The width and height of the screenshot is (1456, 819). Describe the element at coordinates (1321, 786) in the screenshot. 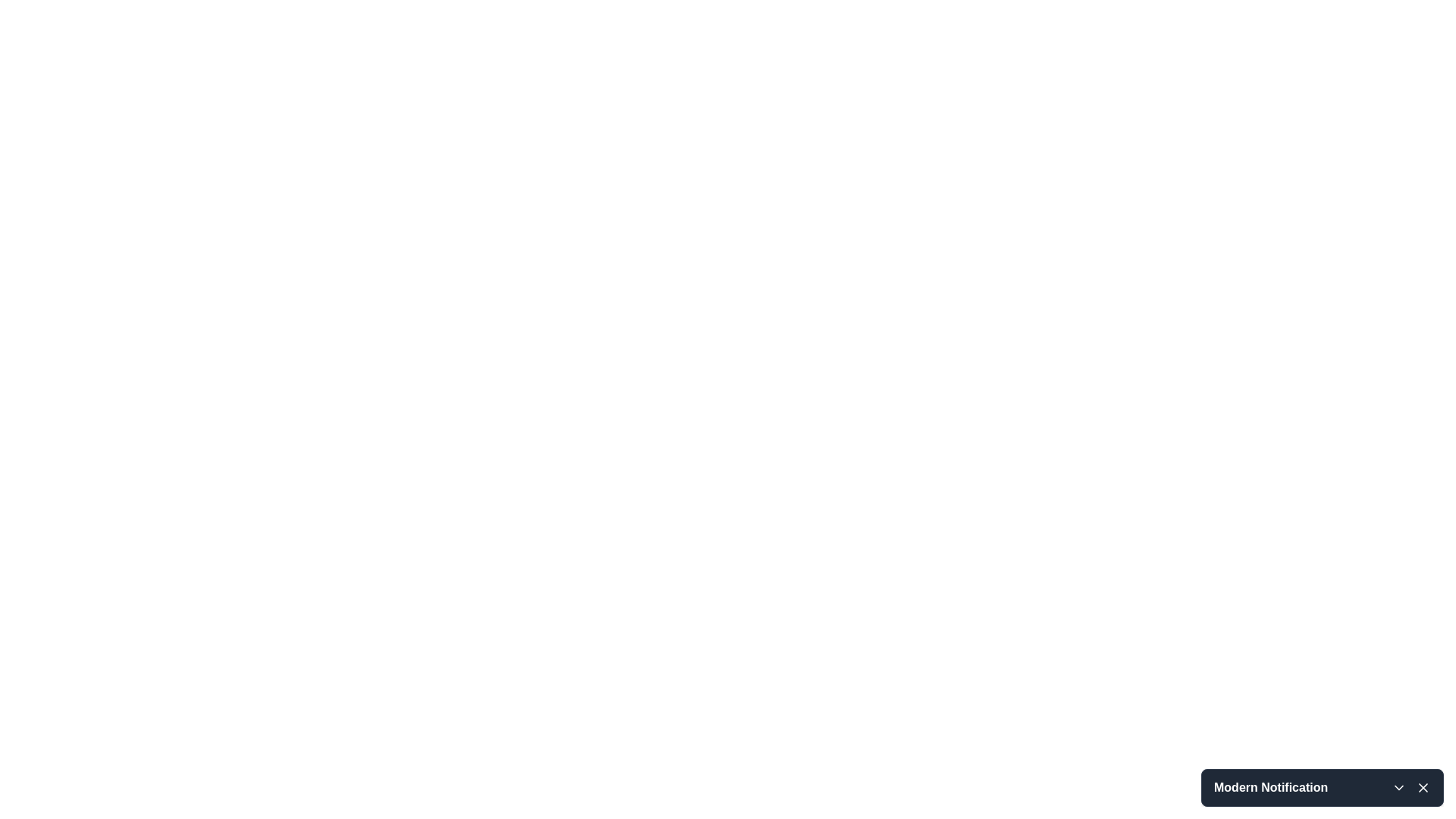

I see `the 'Modern Notification' alert box located at the bottom-right corner of the interface, which includes interactive controls for expanding details and closing the box` at that location.